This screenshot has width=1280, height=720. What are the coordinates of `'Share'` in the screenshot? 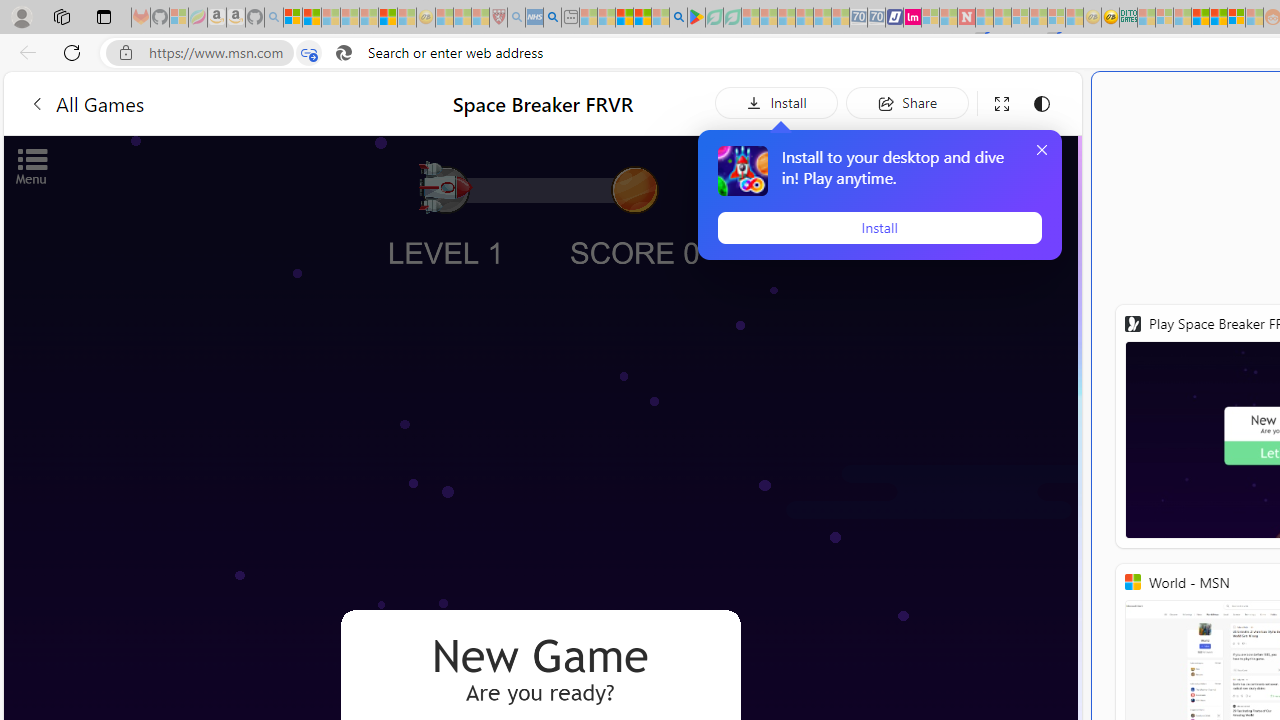 It's located at (906, 102).